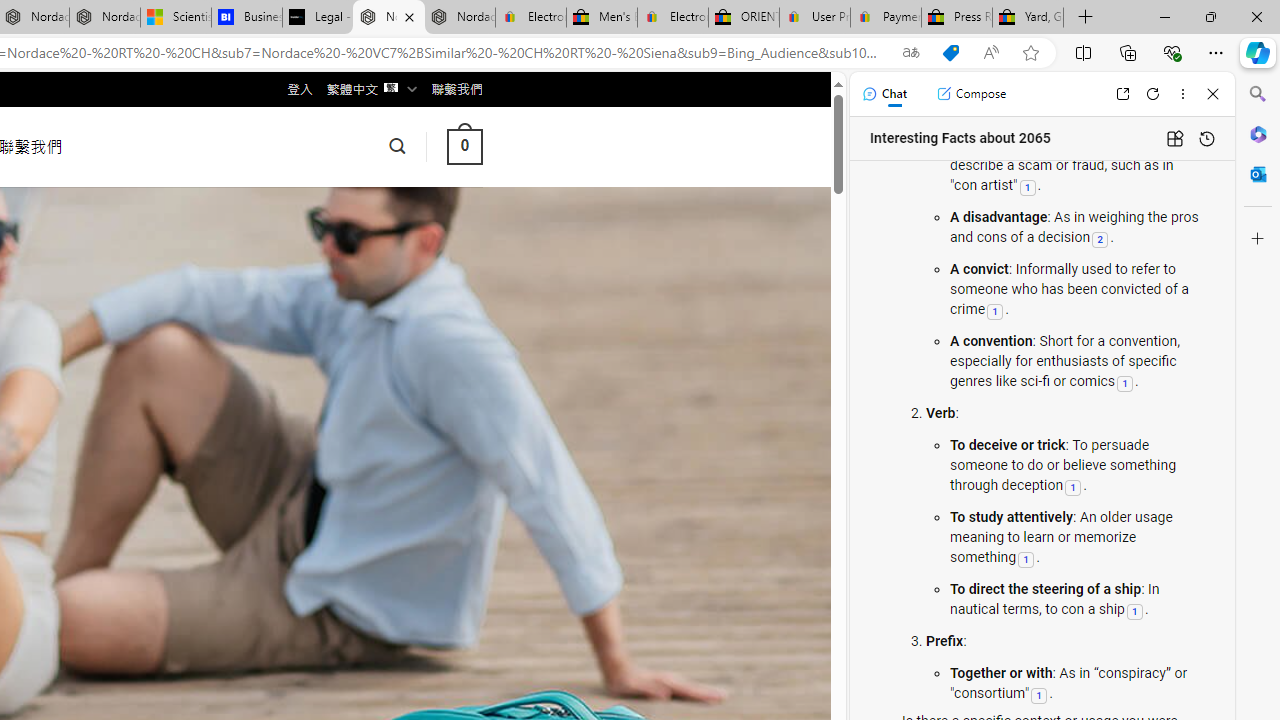  What do you see at coordinates (1257, 94) in the screenshot?
I see `'Minimize Search pane'` at bounding box center [1257, 94].